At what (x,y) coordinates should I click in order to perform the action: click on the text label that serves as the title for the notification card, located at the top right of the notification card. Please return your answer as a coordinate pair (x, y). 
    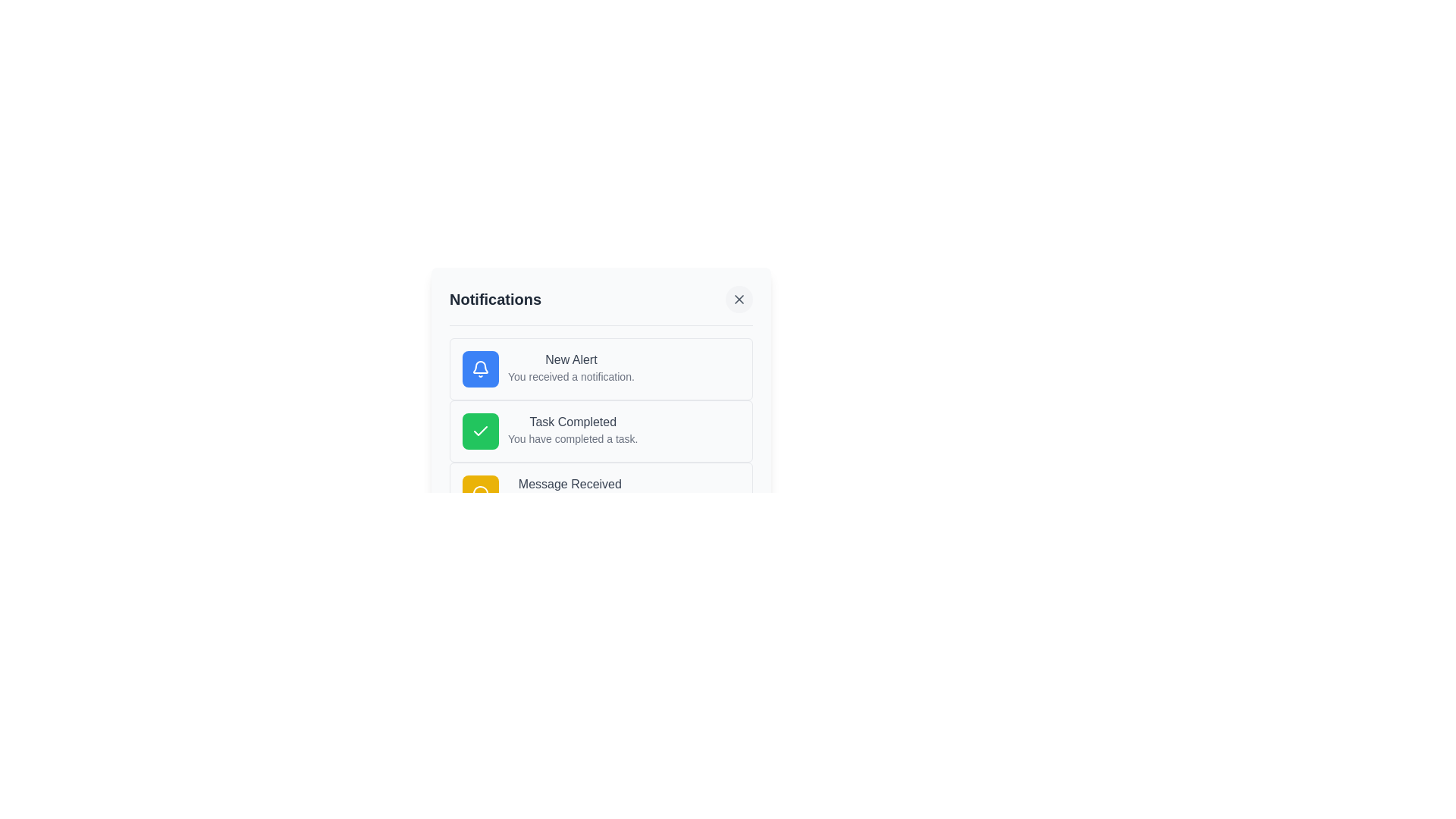
    Looking at the image, I should click on (570, 359).